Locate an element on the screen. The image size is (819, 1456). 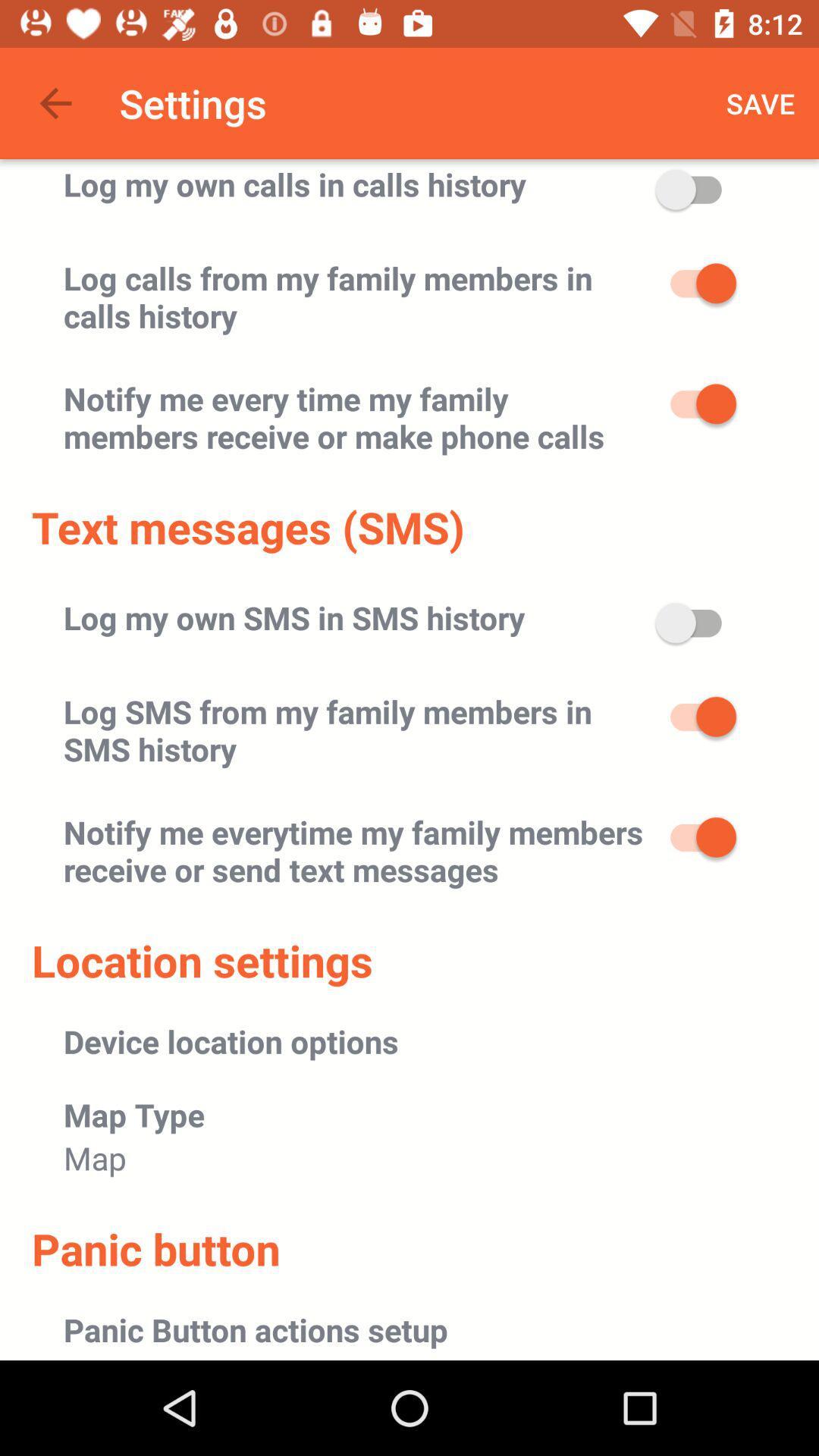
map type is located at coordinates (133, 1114).